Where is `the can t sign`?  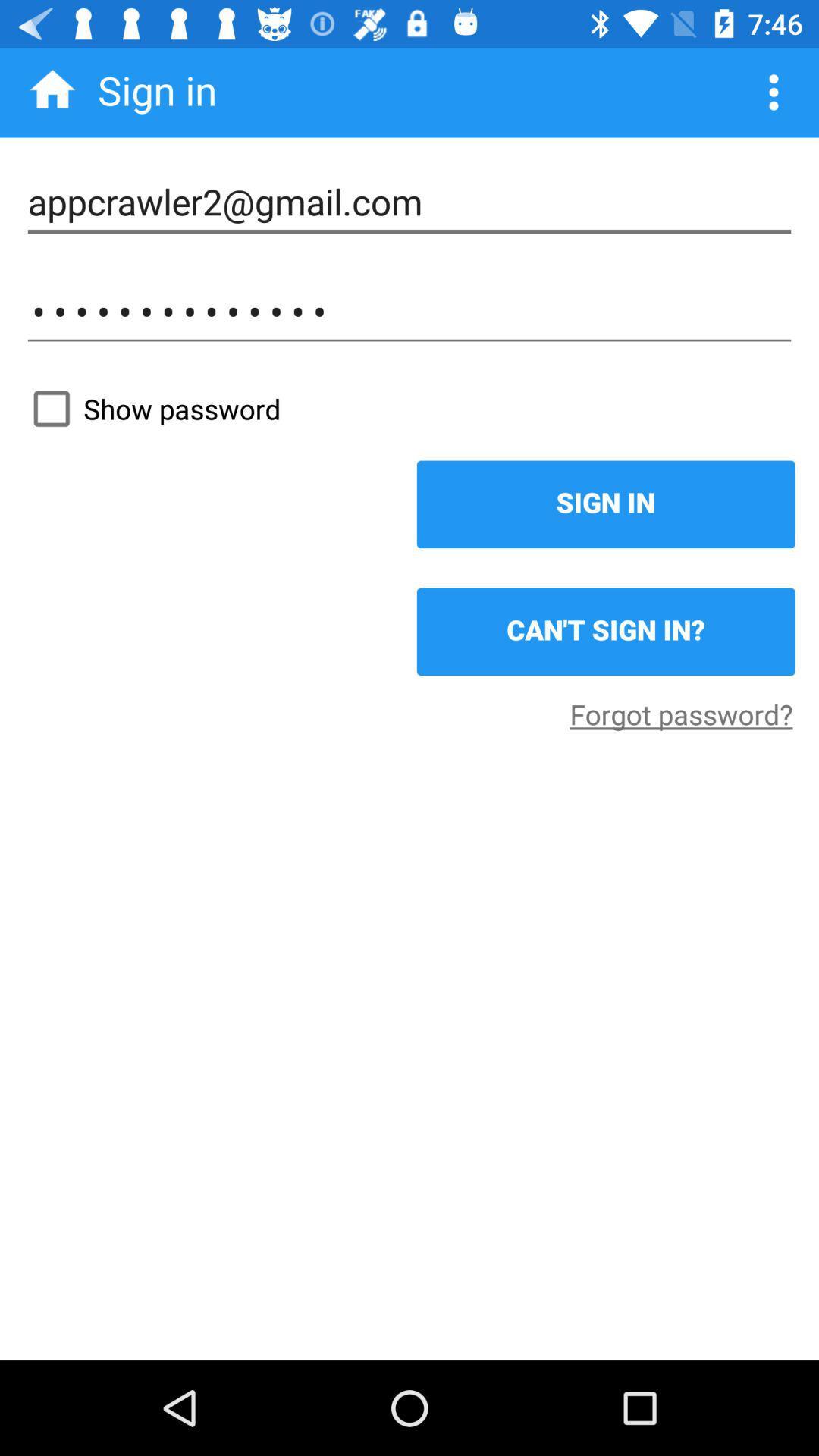 the can t sign is located at coordinates (605, 632).